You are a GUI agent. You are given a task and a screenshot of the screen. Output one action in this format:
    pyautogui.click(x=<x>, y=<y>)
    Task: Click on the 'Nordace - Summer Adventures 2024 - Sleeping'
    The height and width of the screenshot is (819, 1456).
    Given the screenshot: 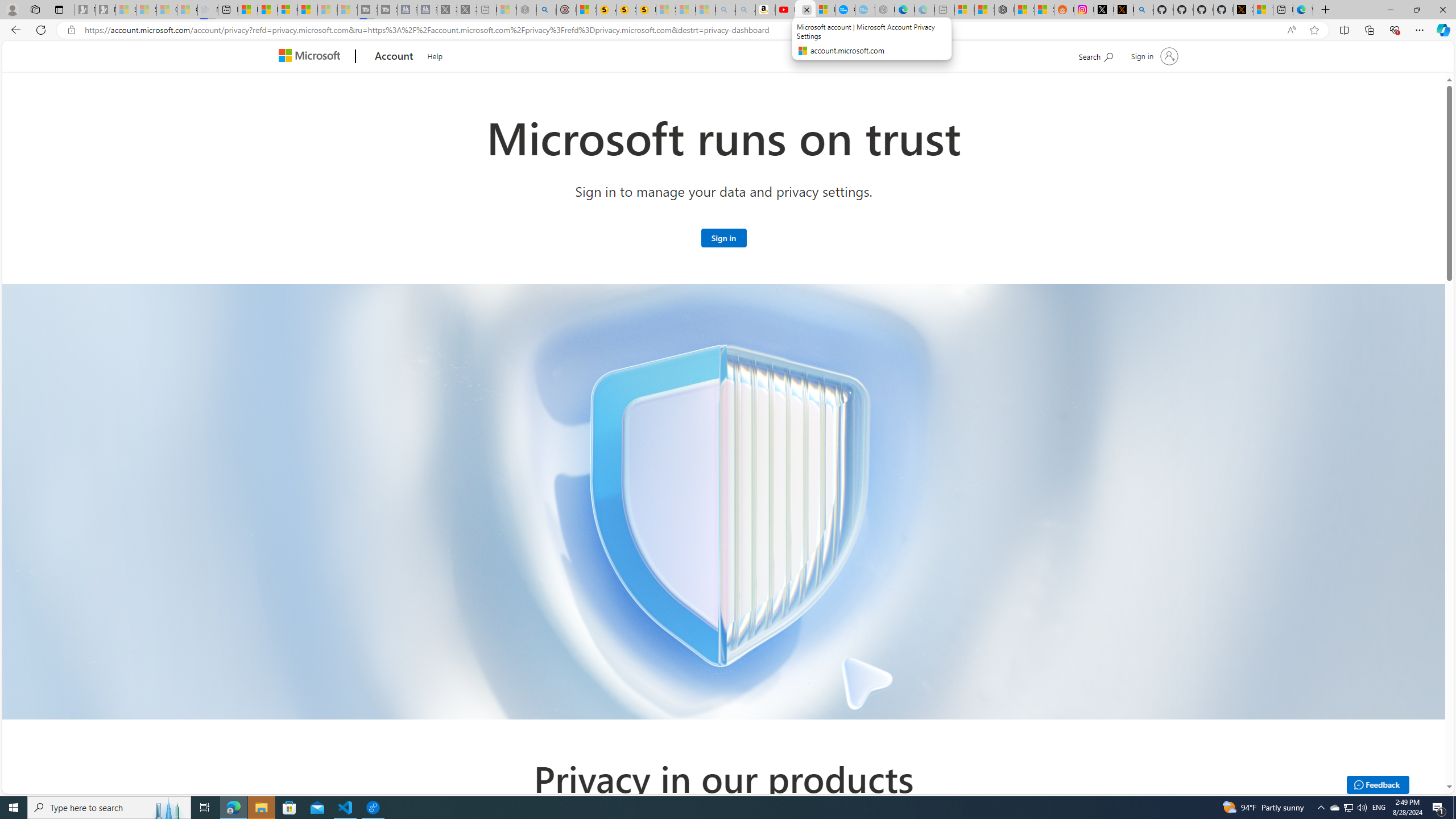 What is the action you would take?
    pyautogui.click(x=526, y=9)
    